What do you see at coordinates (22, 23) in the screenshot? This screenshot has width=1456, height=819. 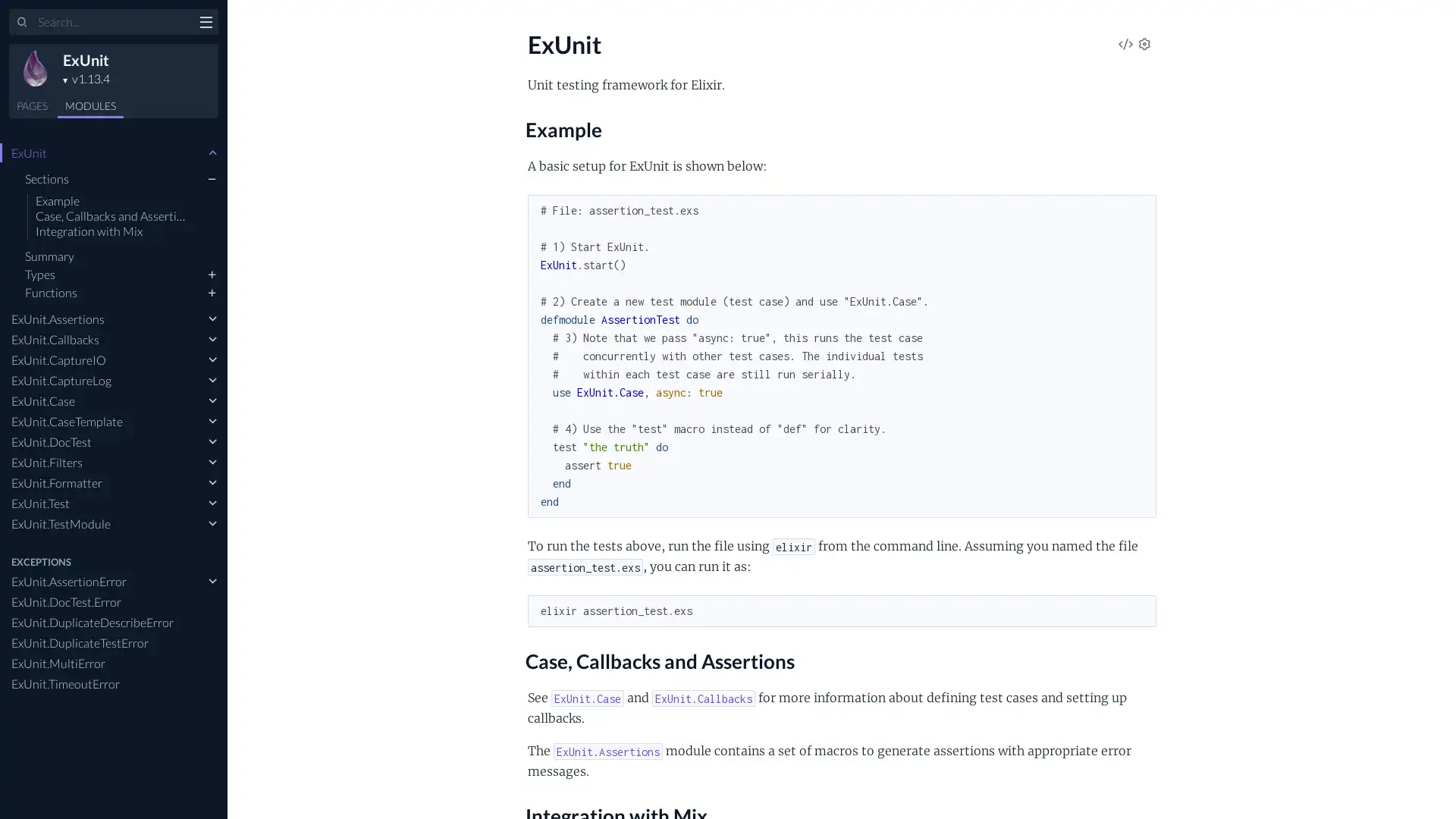 I see `Submit Search` at bounding box center [22, 23].